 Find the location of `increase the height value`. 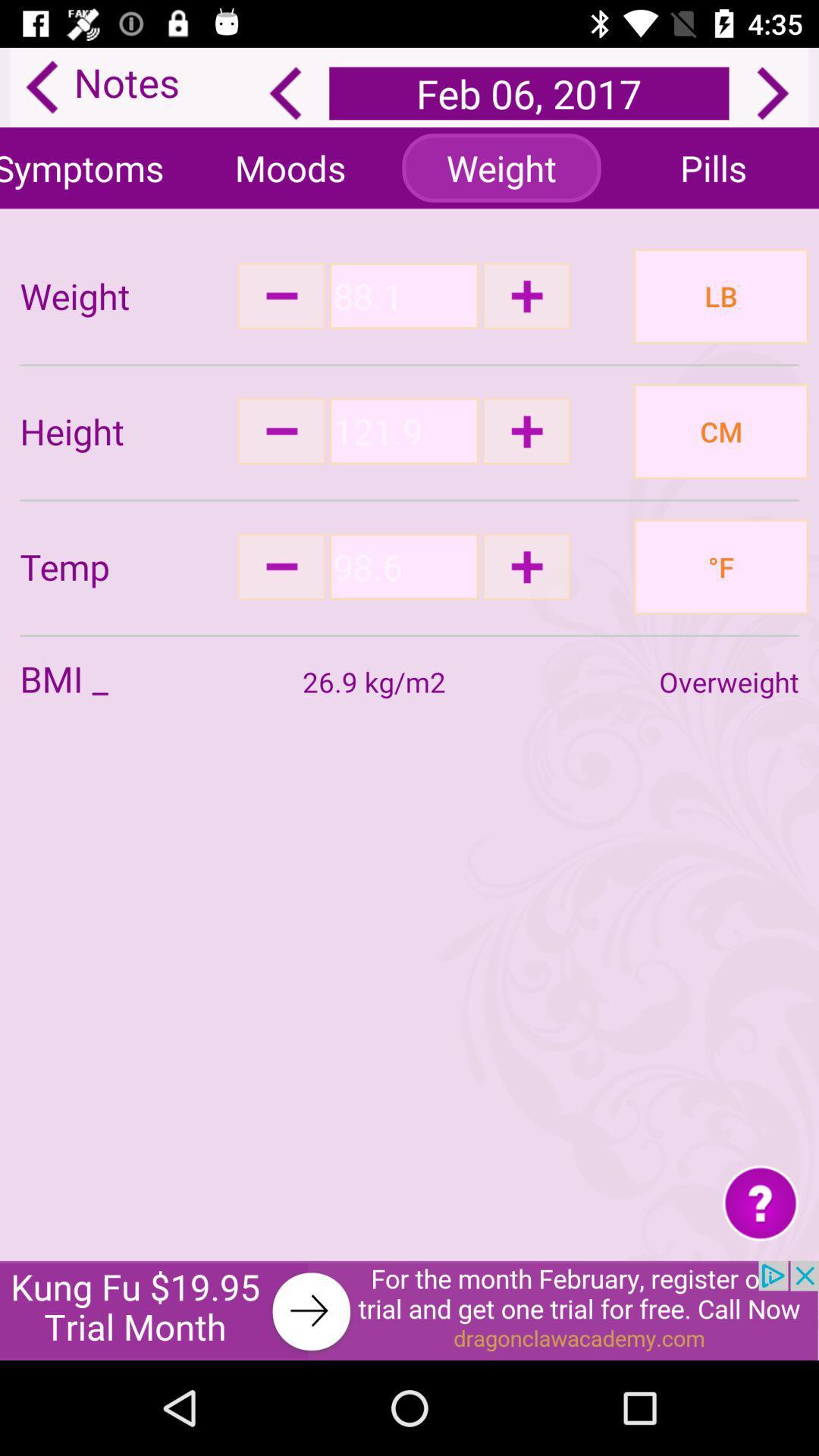

increase the height value is located at coordinates (526, 430).